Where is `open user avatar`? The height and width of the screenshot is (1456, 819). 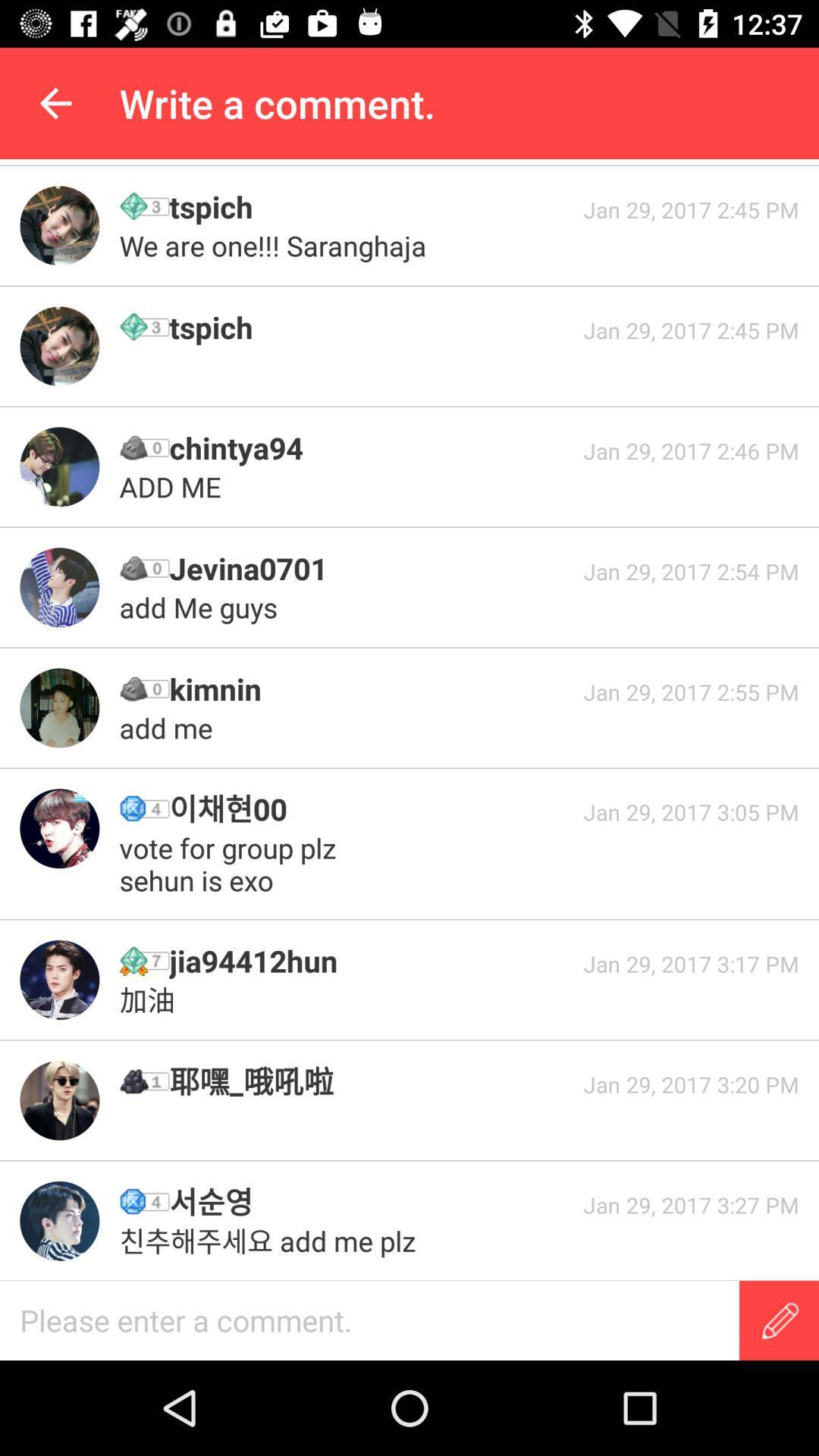
open user avatar is located at coordinates (58, 980).